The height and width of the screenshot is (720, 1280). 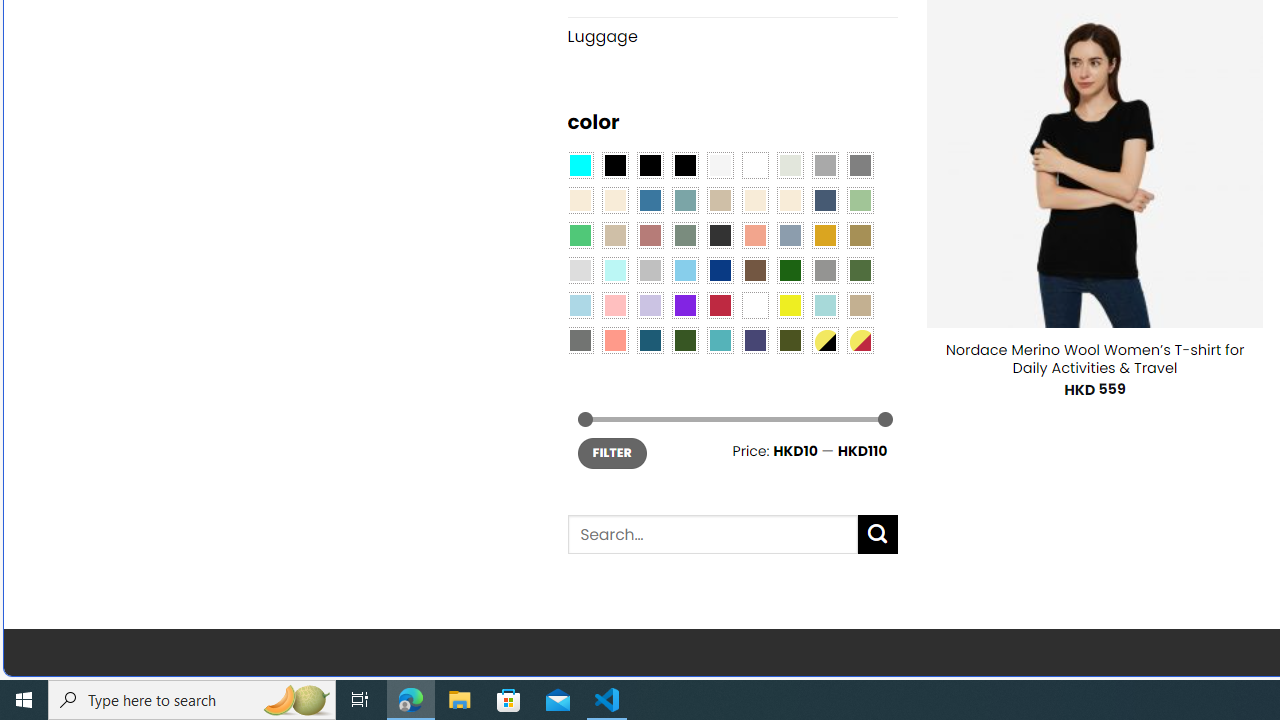 What do you see at coordinates (684, 163) in the screenshot?
I see `'Black-Brown'` at bounding box center [684, 163].